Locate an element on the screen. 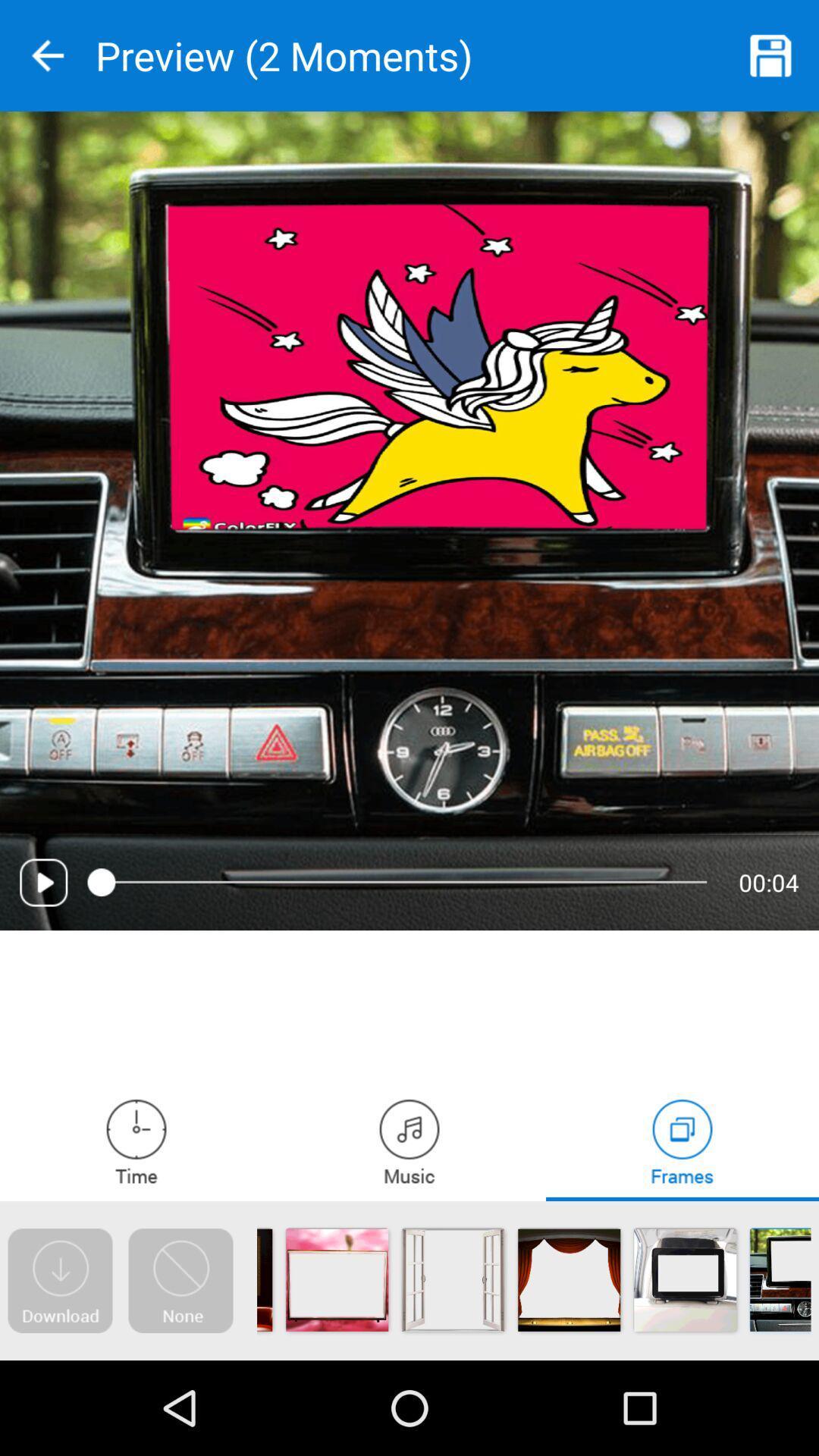 The image size is (819, 1456). choose a frame is located at coordinates (681, 1141).